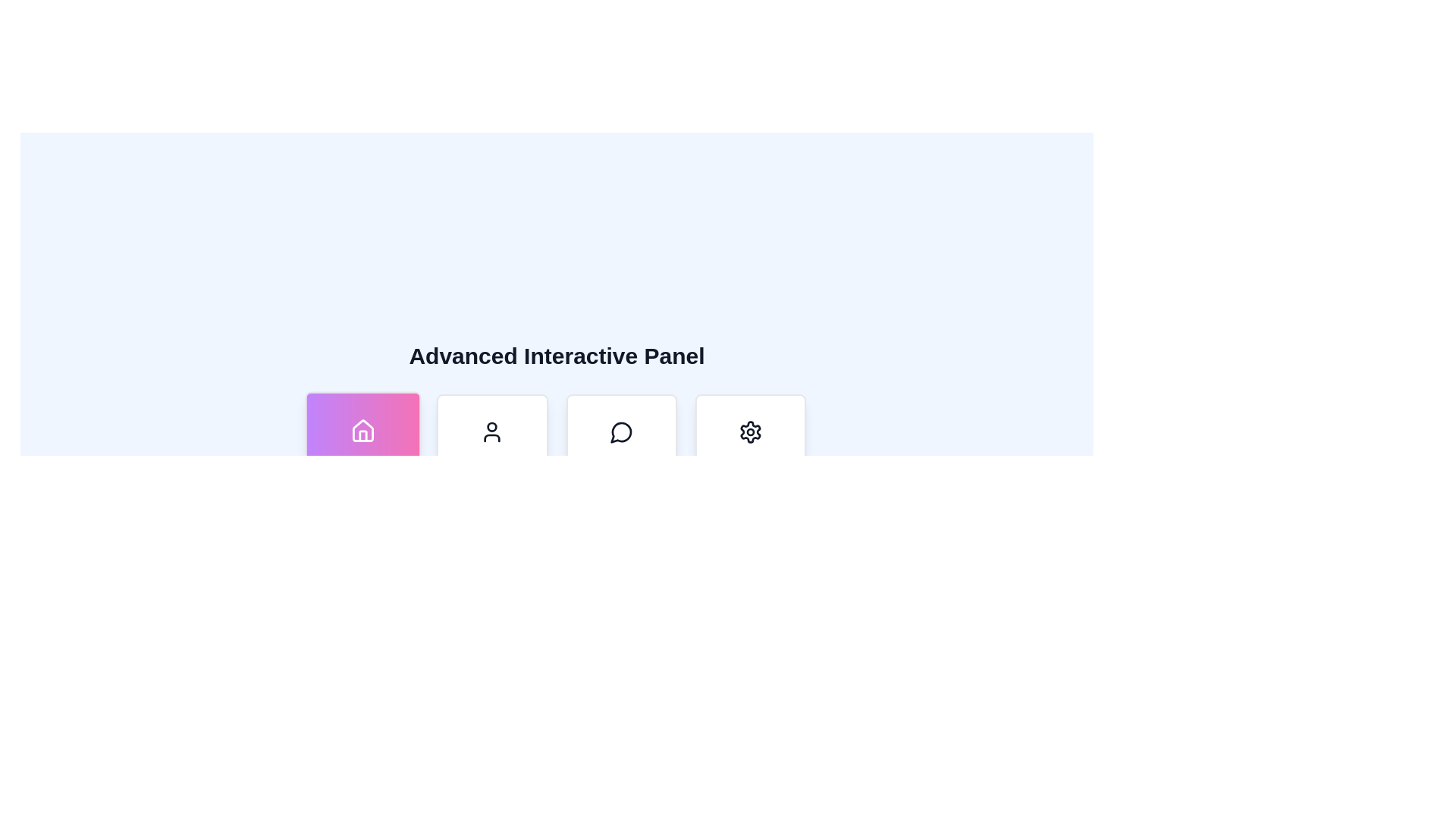 This screenshot has height=819, width=1456. I want to click on the rectangular card with a centered gear icon located in the bottom-right portion of the grid, so click(750, 447).